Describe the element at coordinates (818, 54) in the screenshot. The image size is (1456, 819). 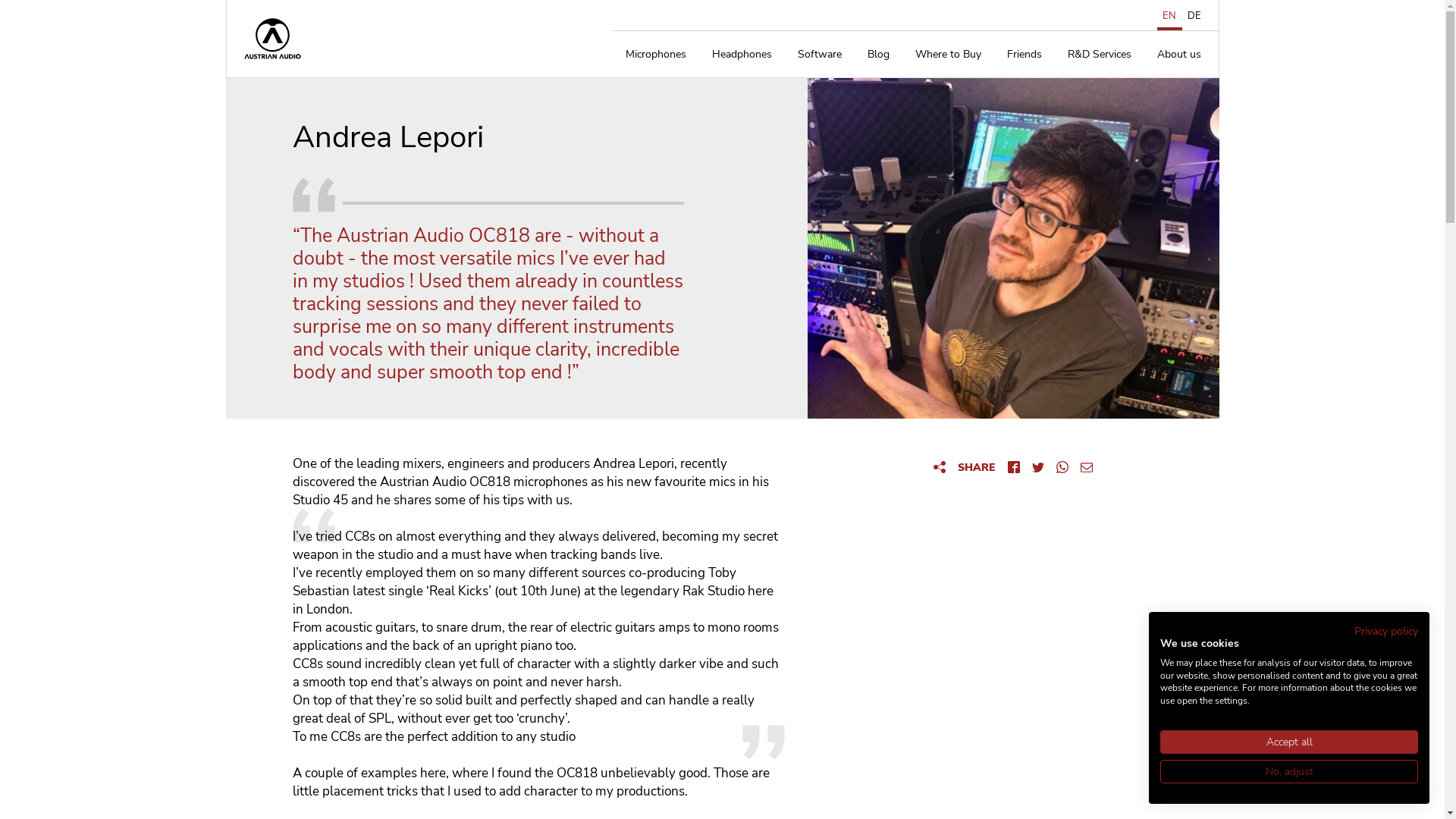
I see `'Software'` at that location.